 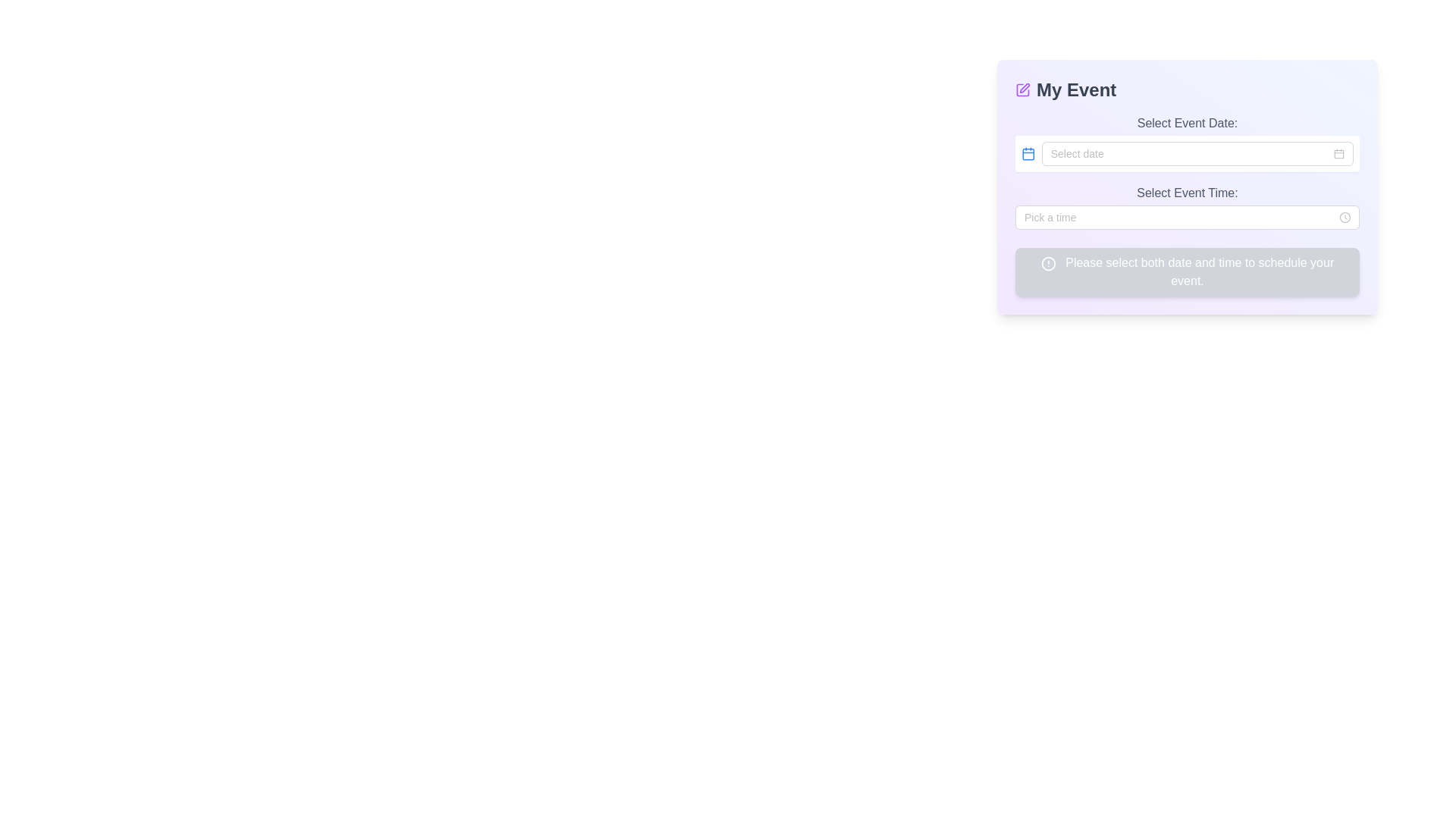 I want to click on a time from the dropdown menu of the Time picker input field labeled 'Select Event Time', which is styled with a placeholder text 'Pick a time' and a clock icon on the right, so click(x=1186, y=217).